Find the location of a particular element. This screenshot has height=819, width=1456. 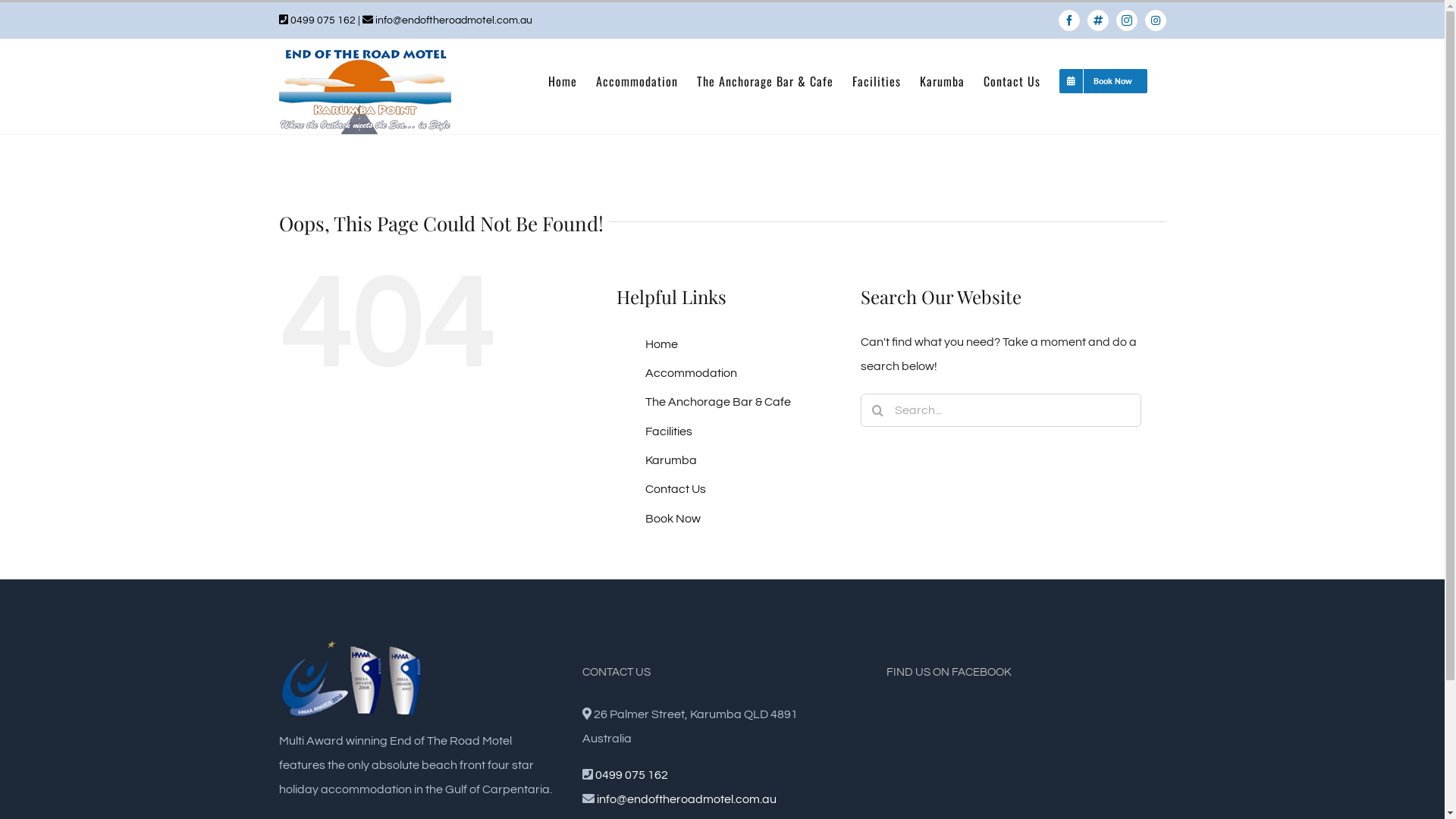

'Book Now' is located at coordinates (1103, 81).